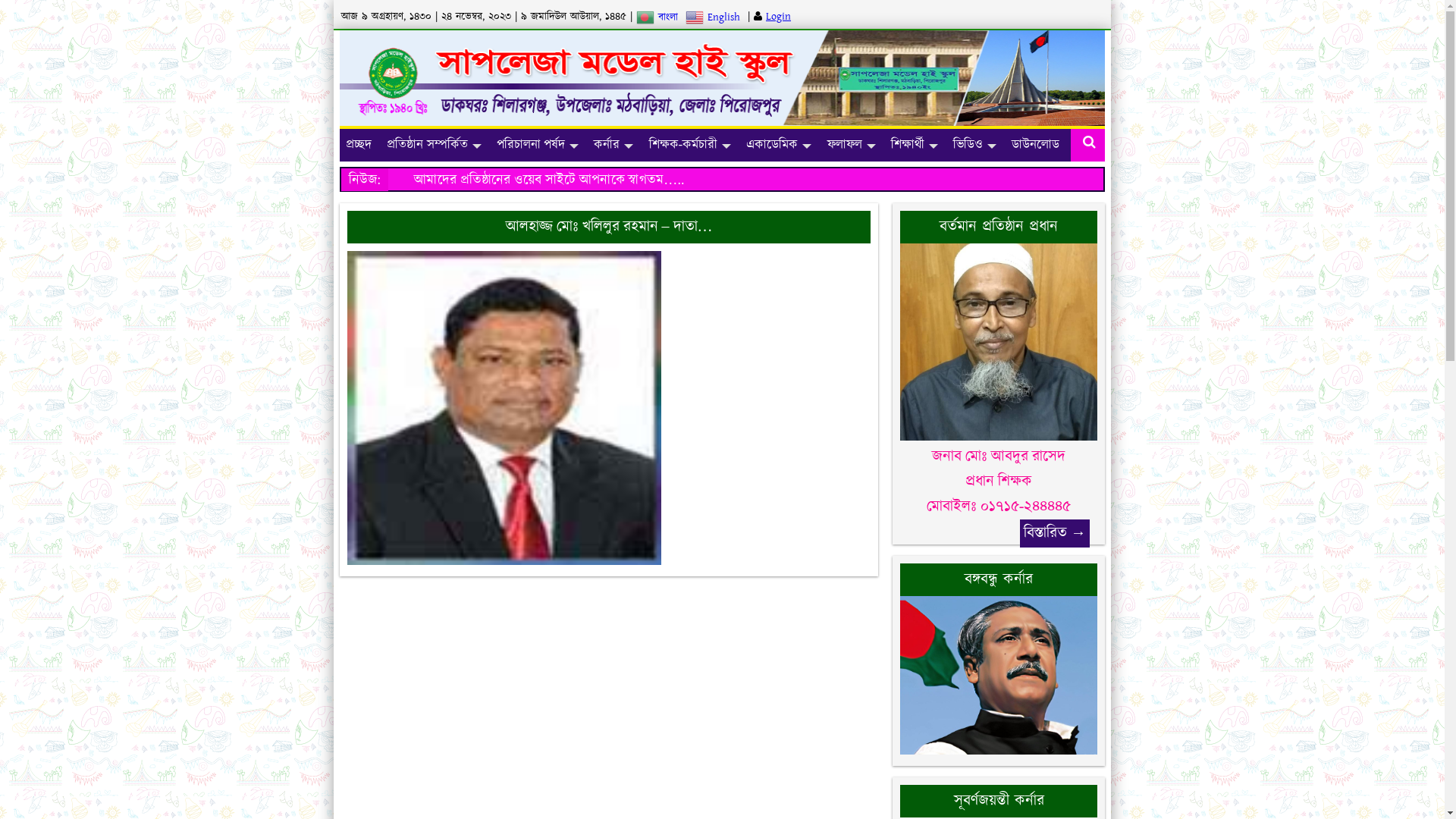 The width and height of the screenshot is (1456, 819). Describe the element at coordinates (714, 17) in the screenshot. I see `'English'` at that location.